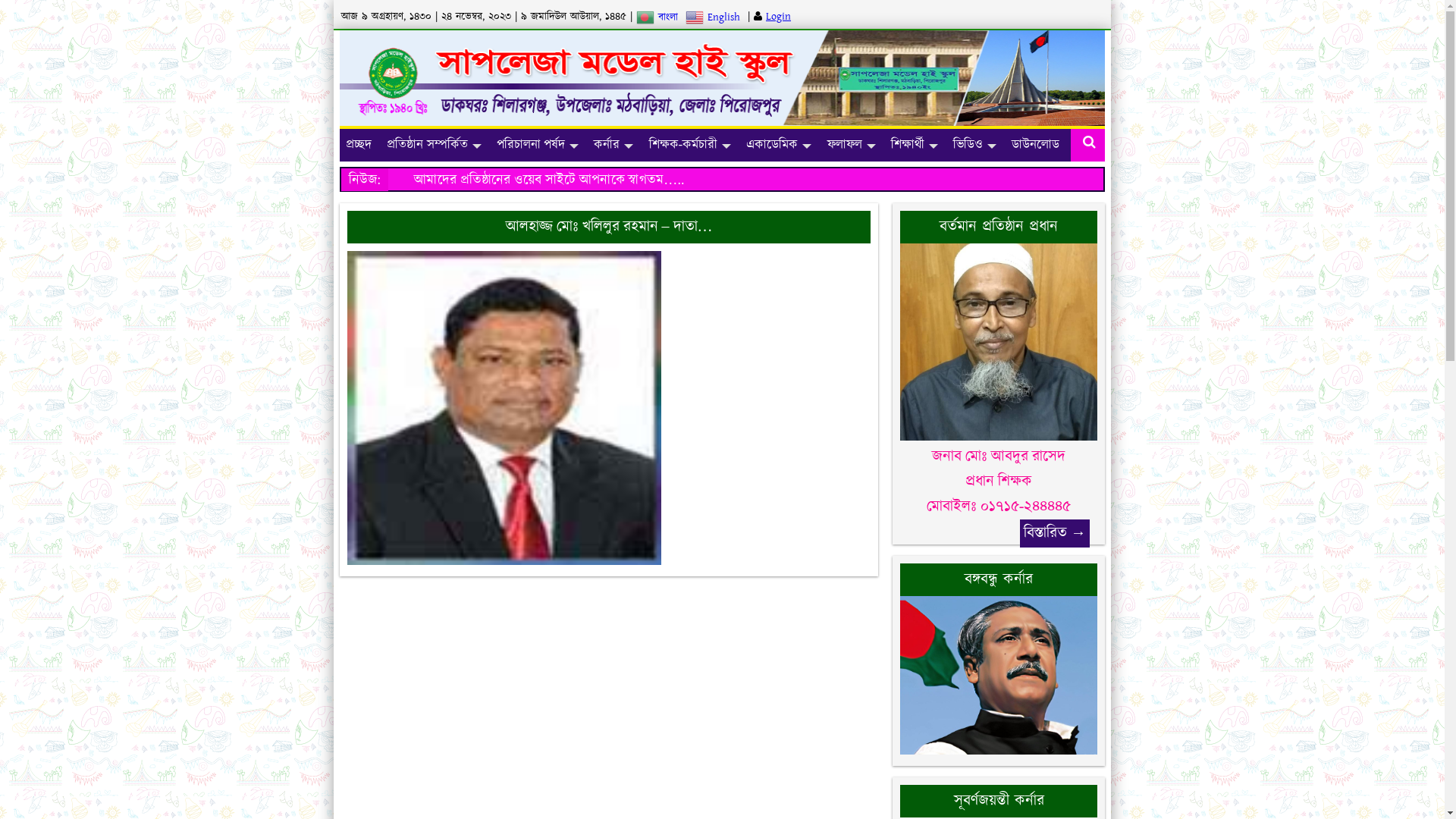 The width and height of the screenshot is (1456, 819). Describe the element at coordinates (714, 17) in the screenshot. I see `'English'` at that location.